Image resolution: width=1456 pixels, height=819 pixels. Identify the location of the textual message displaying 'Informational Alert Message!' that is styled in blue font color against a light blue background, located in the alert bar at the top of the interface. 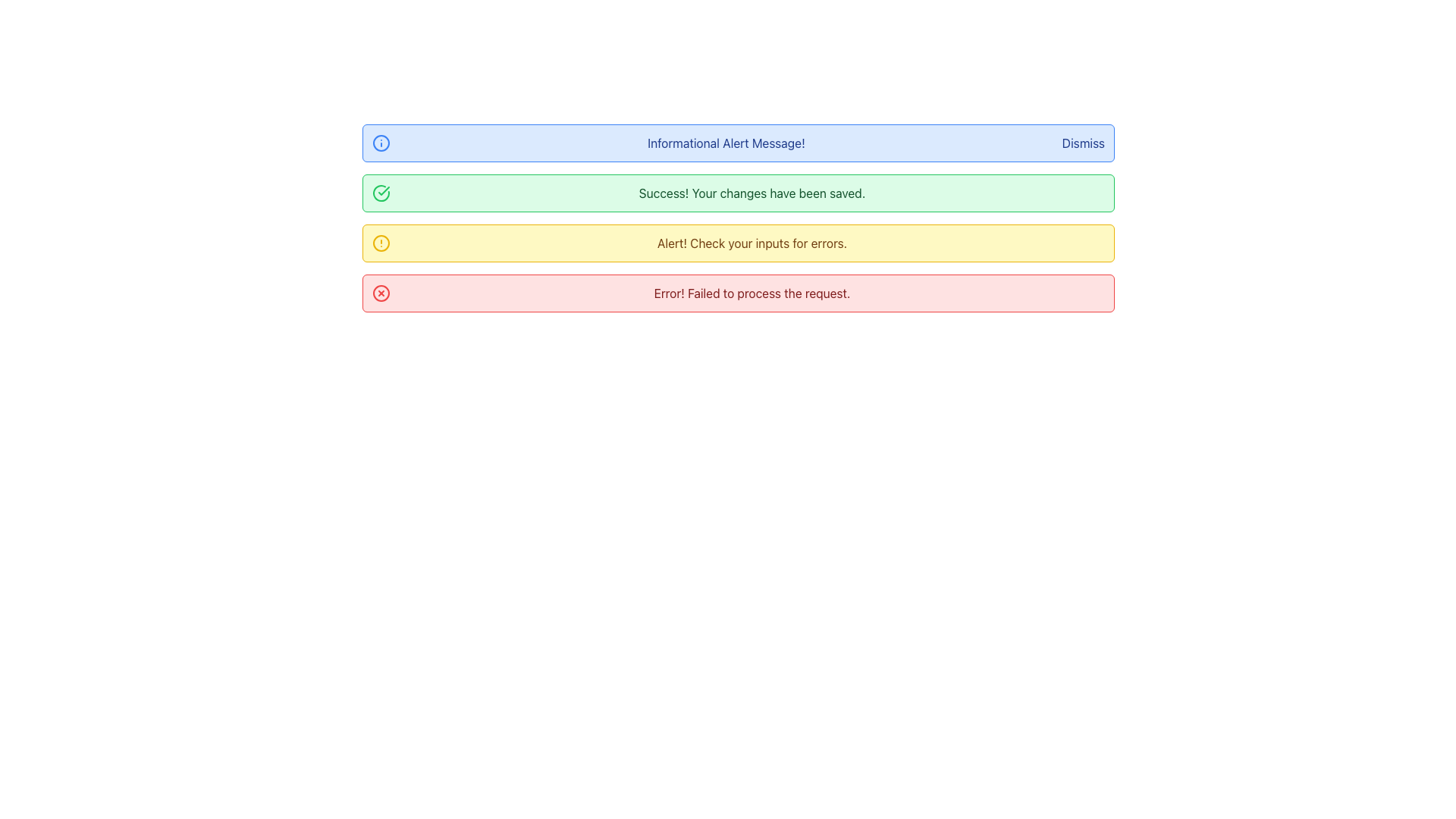
(725, 143).